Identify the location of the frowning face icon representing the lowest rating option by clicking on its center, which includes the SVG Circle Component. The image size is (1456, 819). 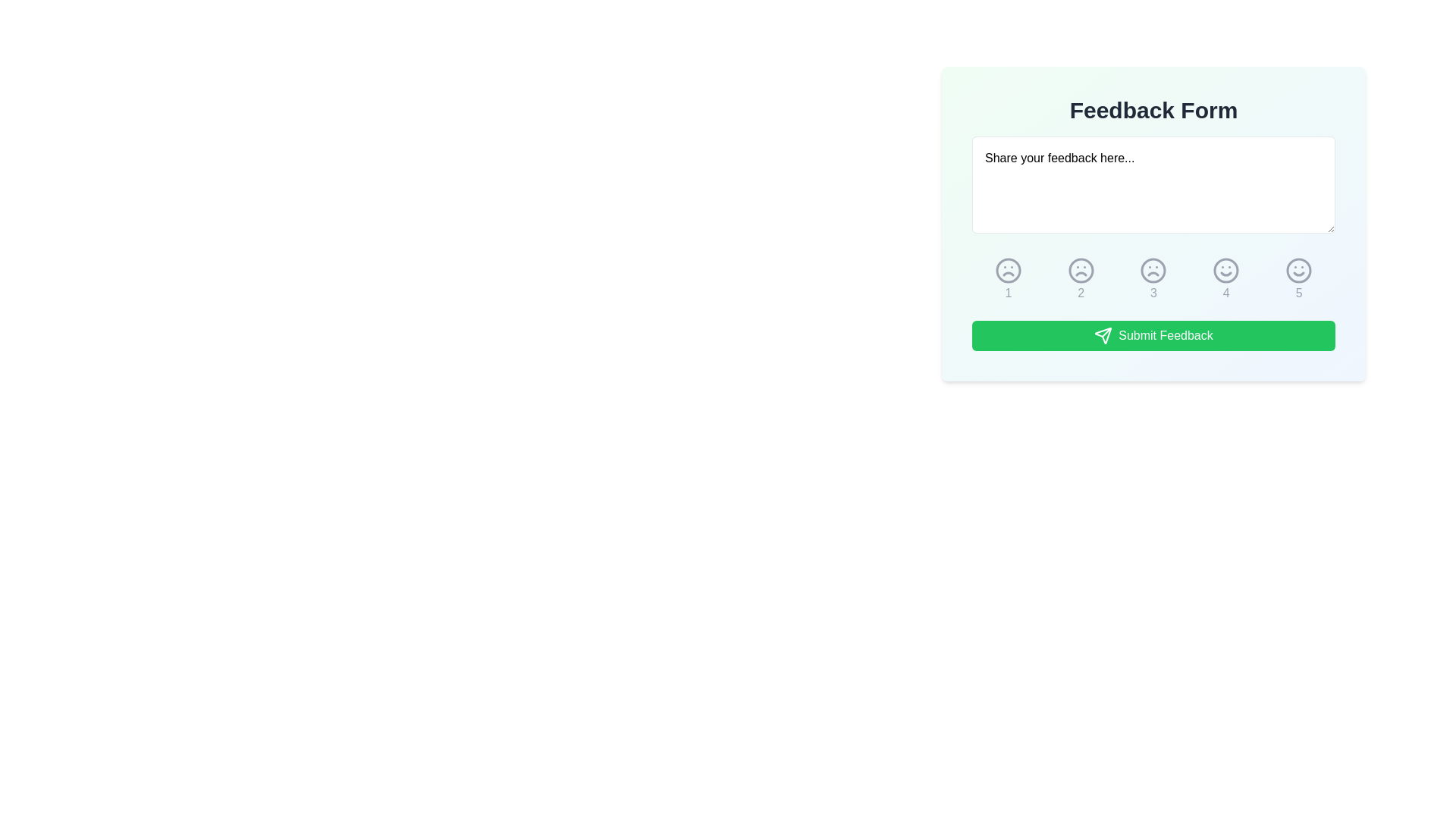
(1008, 270).